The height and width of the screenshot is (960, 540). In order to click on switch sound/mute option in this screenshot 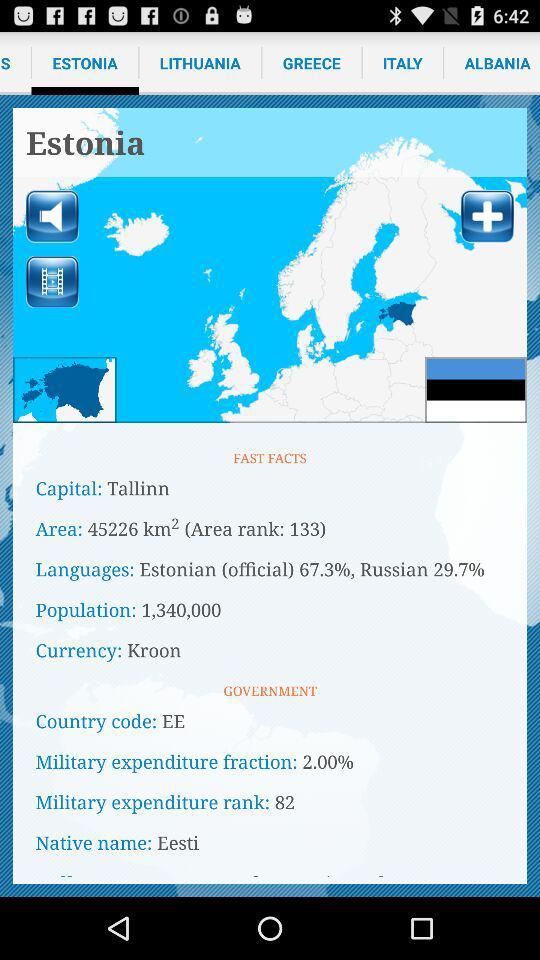, I will do `click(52, 216)`.